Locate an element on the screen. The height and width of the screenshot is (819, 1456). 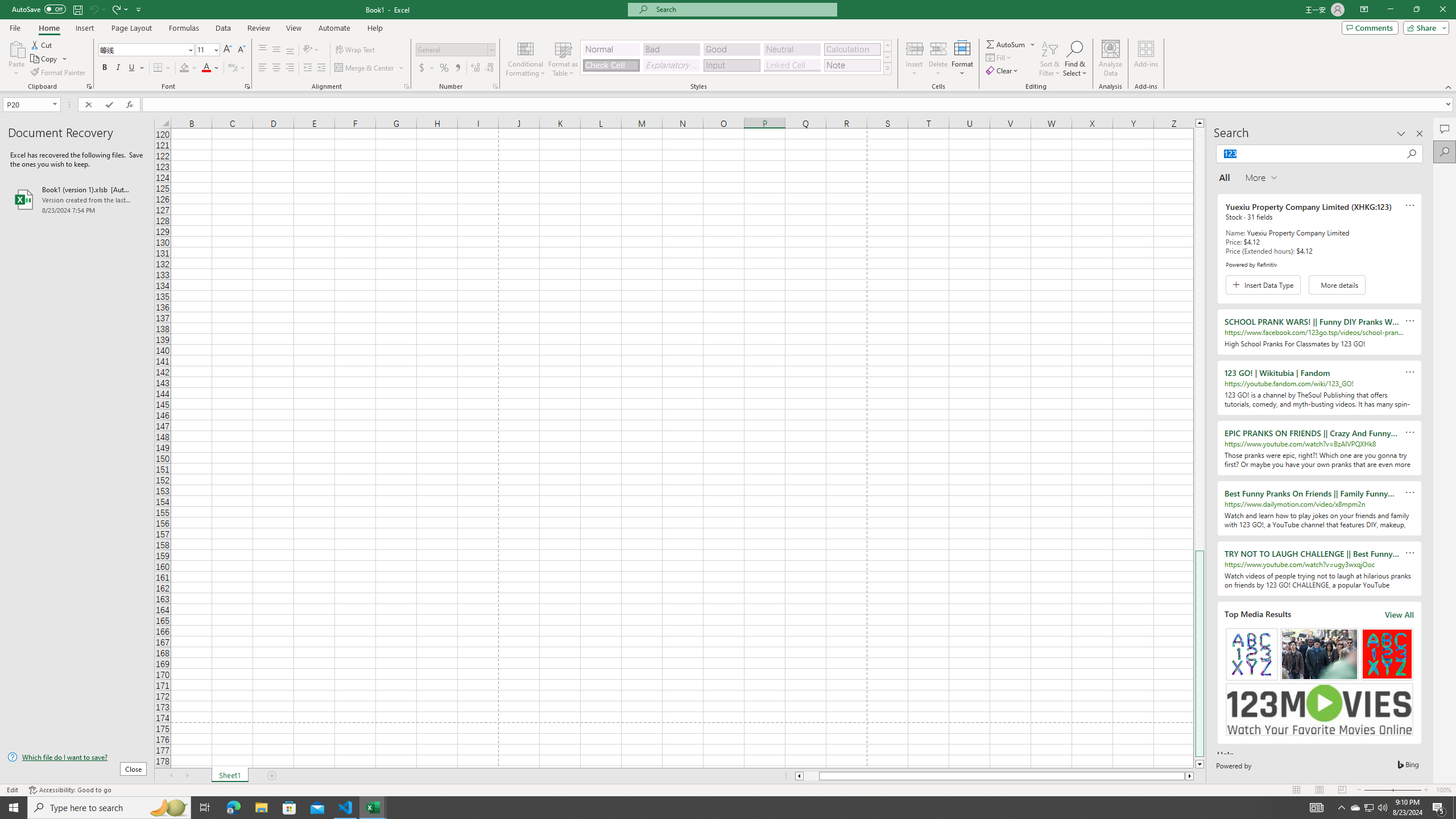
'Font Size' is located at coordinates (204, 49).